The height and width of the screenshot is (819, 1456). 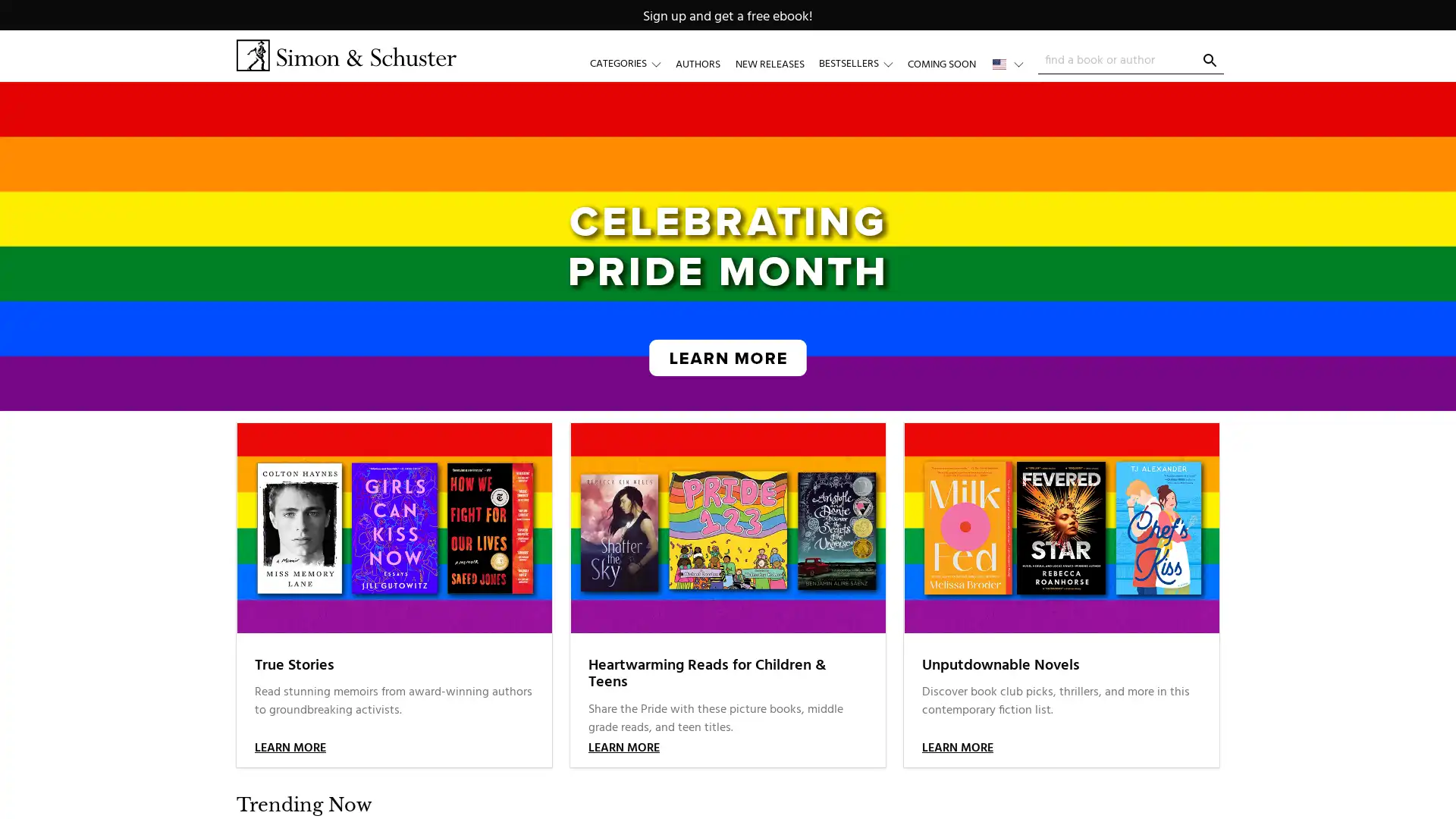 What do you see at coordinates (769, 63) in the screenshot?
I see `NEW RELEASES` at bounding box center [769, 63].